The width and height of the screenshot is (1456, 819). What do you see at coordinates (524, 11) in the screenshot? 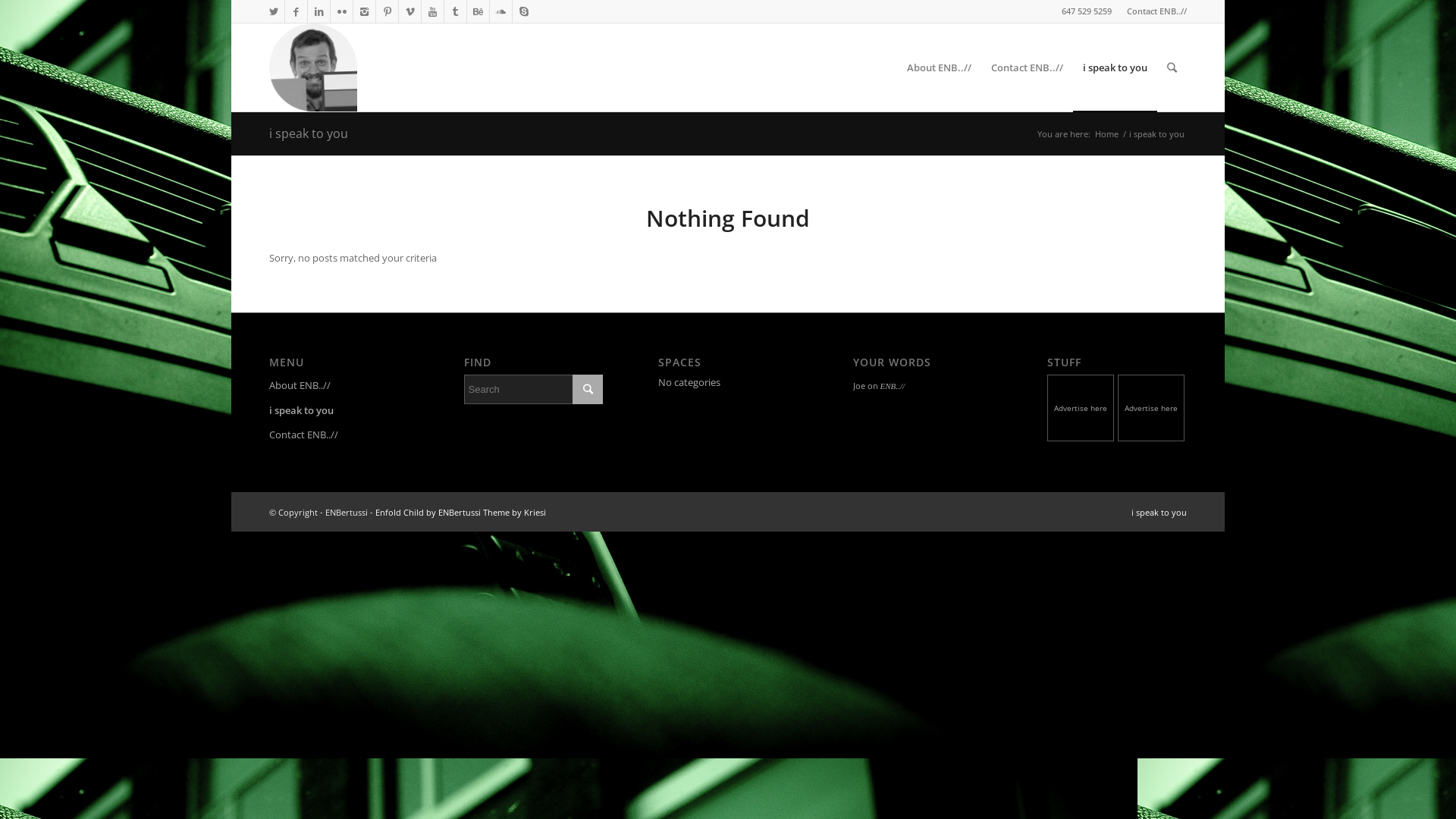
I see `'Skype'` at bounding box center [524, 11].